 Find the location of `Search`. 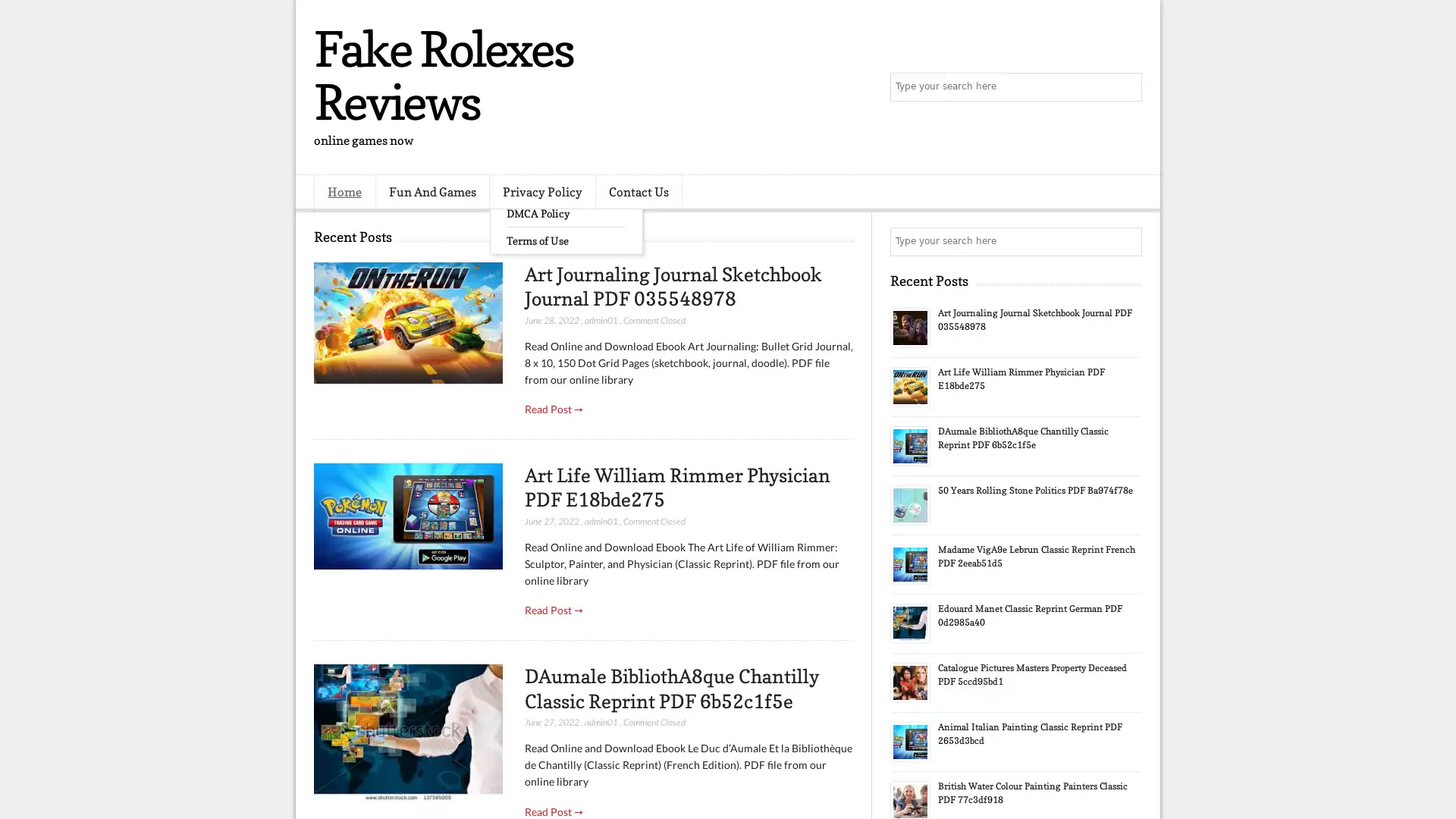

Search is located at coordinates (1126, 87).